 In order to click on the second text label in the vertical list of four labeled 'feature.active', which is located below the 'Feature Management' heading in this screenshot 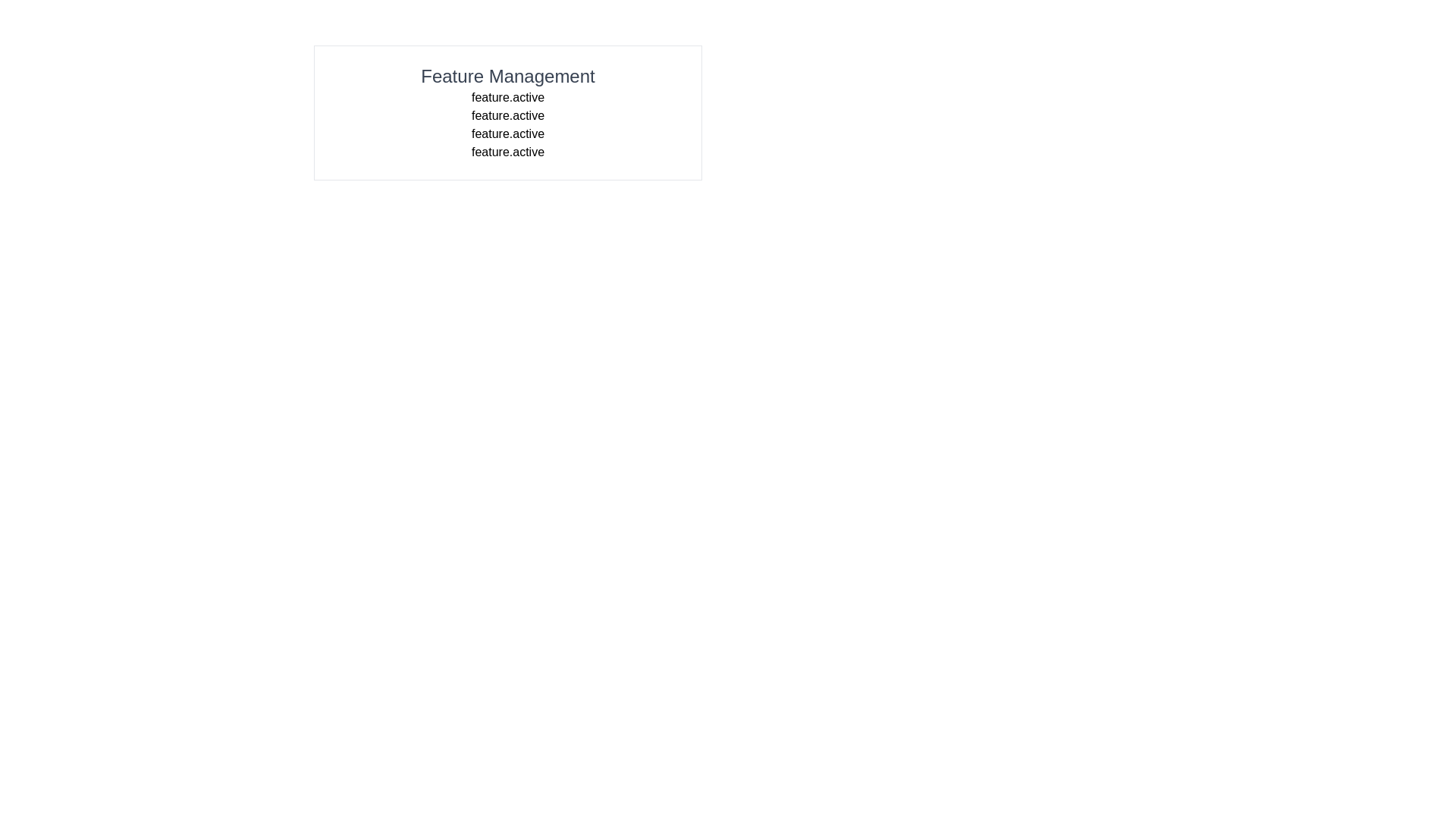, I will do `click(508, 115)`.